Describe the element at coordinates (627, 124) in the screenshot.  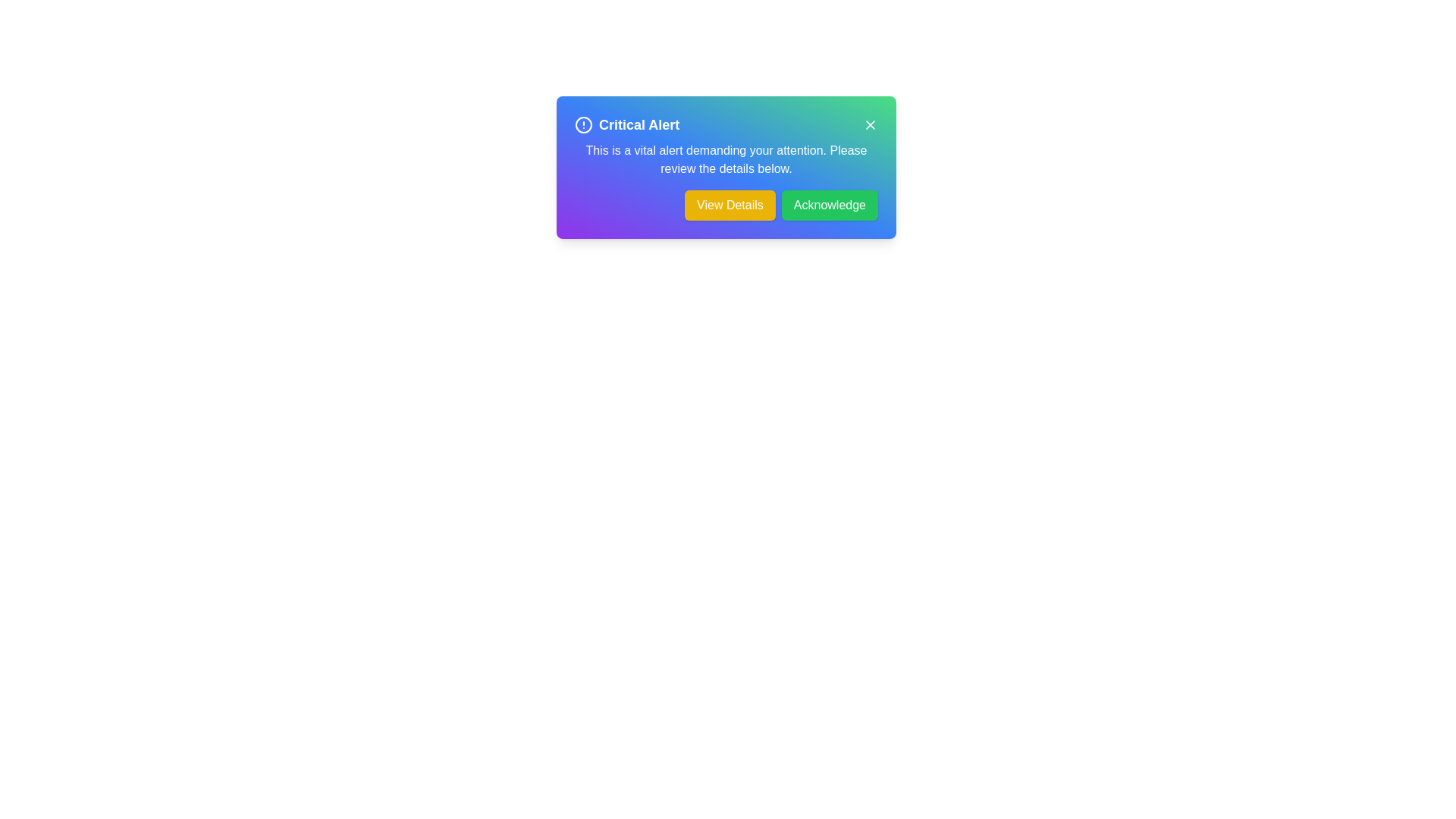
I see `the 'Critical Alert' header, which features a prominent bold text and an alert icon` at that location.